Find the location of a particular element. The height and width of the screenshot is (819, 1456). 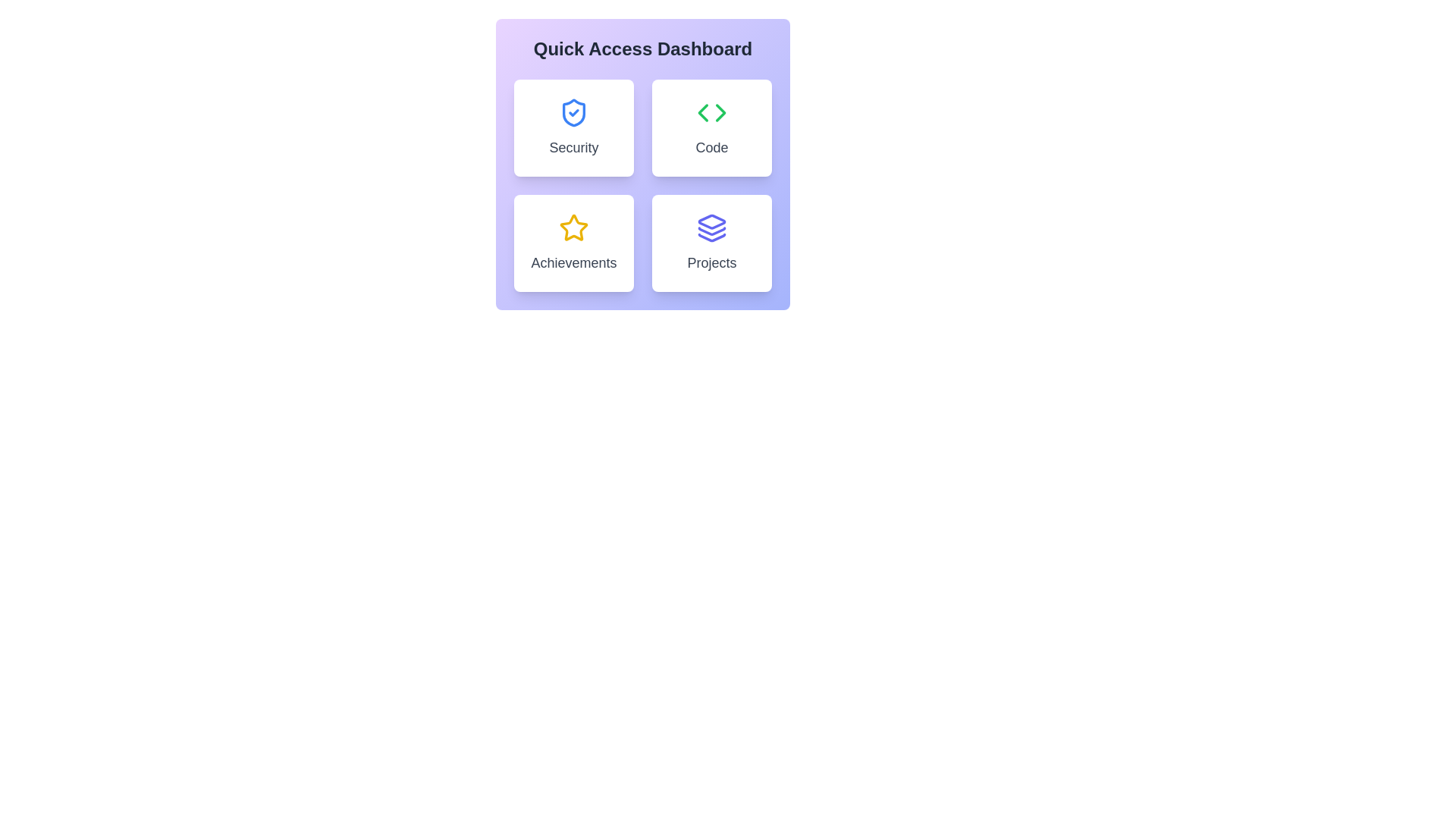

the star-shaped yellow icon located above the text 'Achievements' in the white rounded rectangular box is located at coordinates (573, 227).